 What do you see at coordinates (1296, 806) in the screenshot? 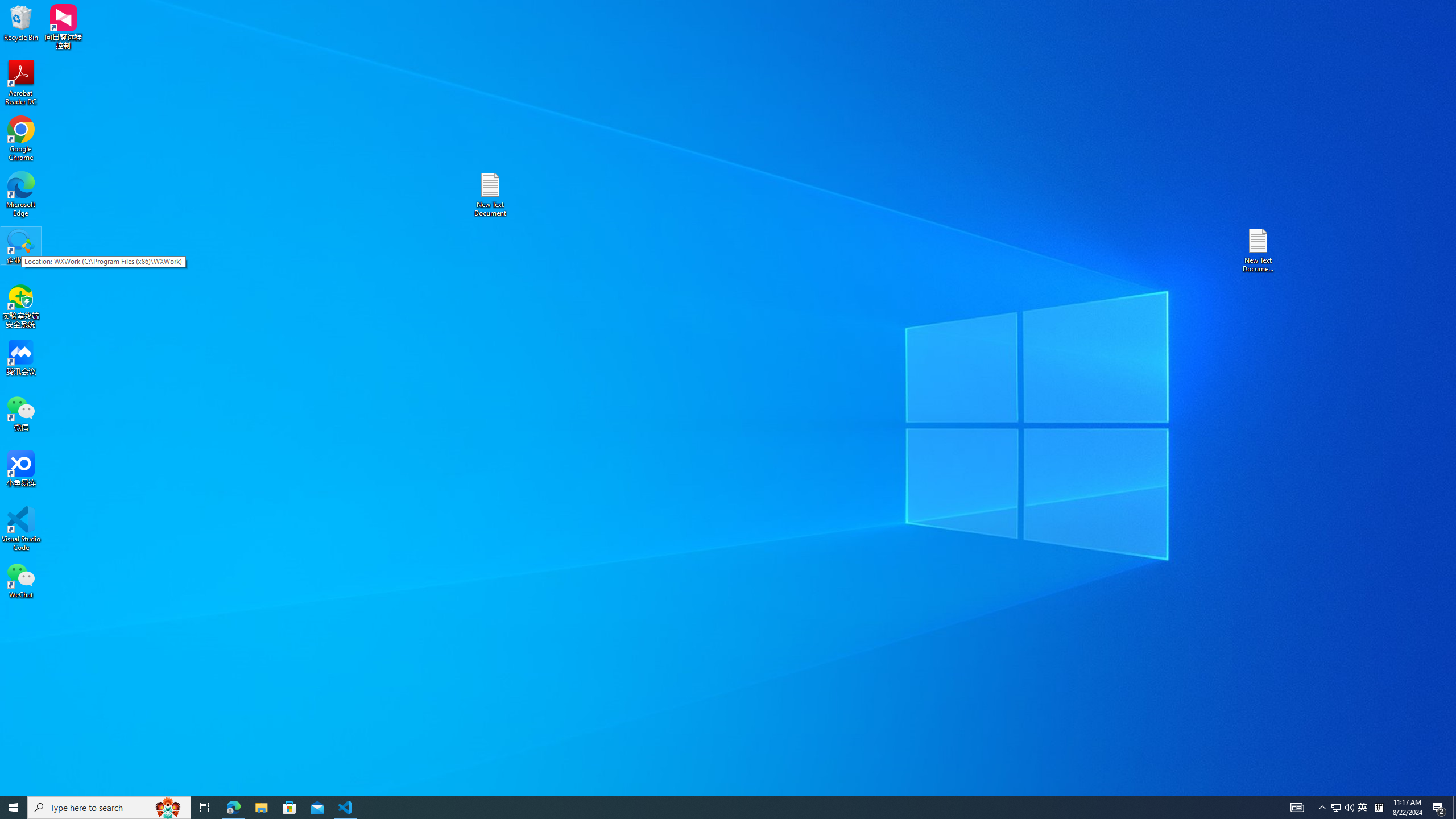
I see `'AutomationID: 4105'` at bounding box center [1296, 806].